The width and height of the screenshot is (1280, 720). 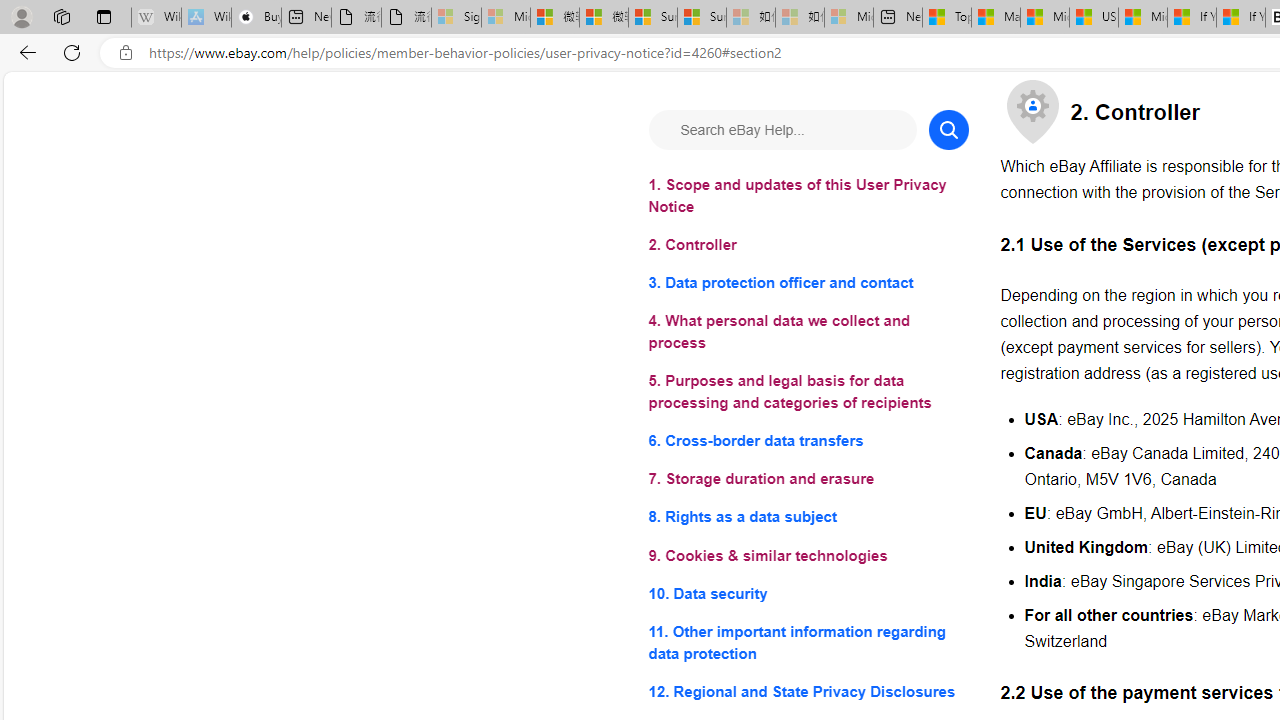 What do you see at coordinates (808, 440) in the screenshot?
I see `'6. Cross-border data transfers'` at bounding box center [808, 440].